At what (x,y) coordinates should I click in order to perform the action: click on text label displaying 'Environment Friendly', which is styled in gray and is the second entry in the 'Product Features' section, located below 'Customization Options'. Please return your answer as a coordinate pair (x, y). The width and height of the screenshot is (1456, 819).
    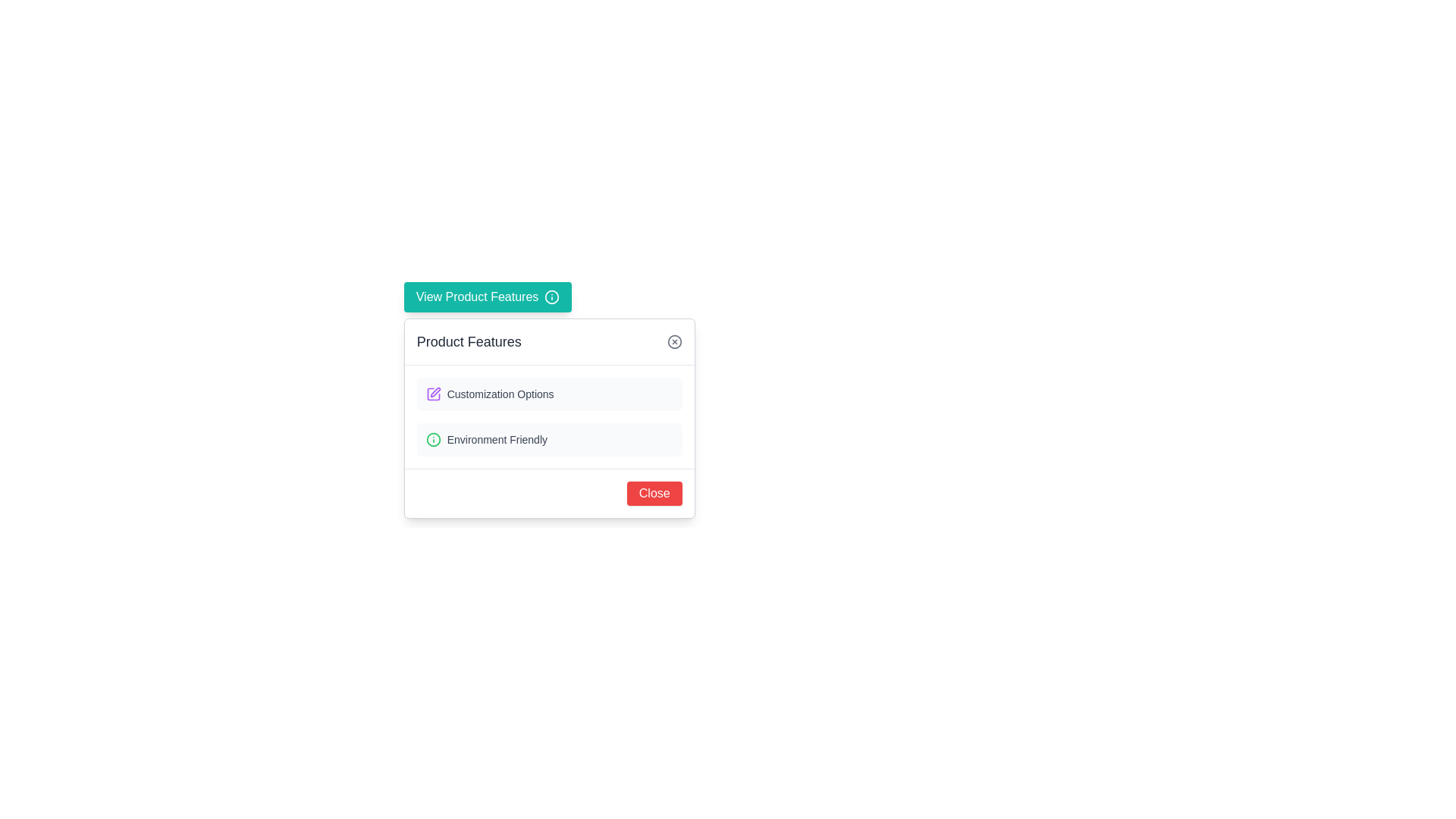
    Looking at the image, I should click on (497, 439).